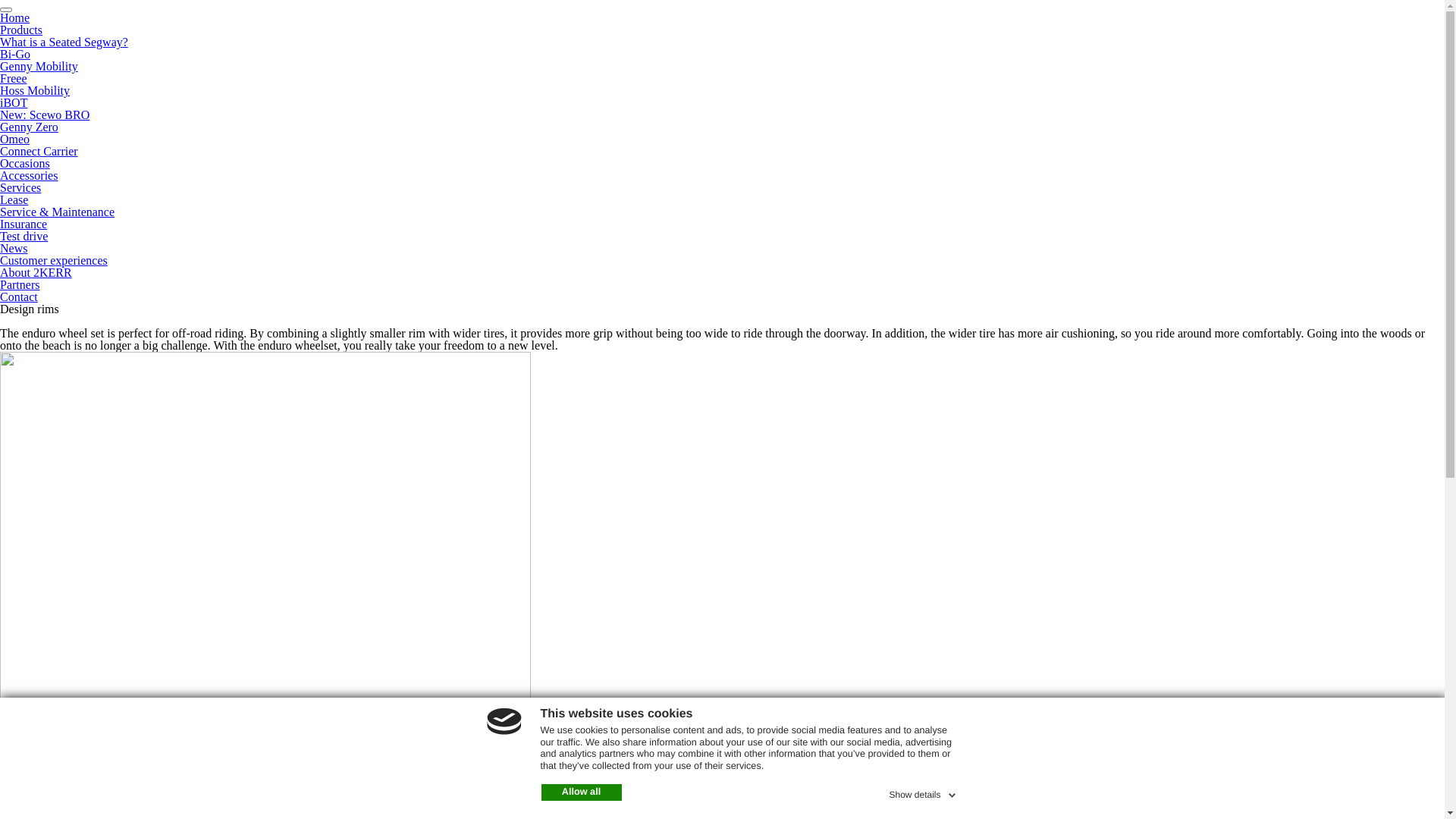 The height and width of the screenshot is (819, 1456). Describe the element at coordinates (0, 41) in the screenshot. I see `'What is a Seated Segway?'` at that location.